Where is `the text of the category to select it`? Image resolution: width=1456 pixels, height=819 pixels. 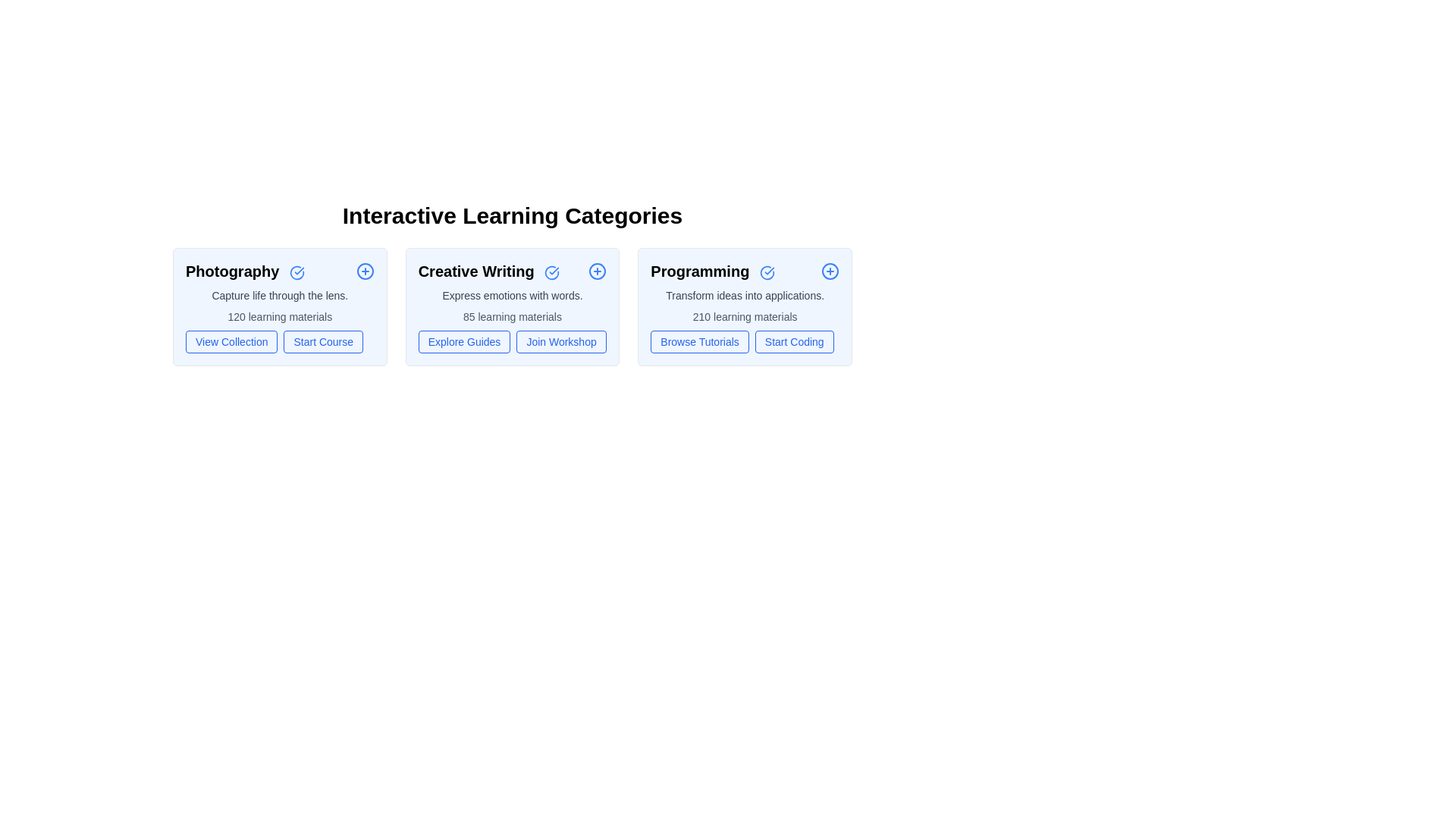
the text of the category to select it is located at coordinates (244, 271).